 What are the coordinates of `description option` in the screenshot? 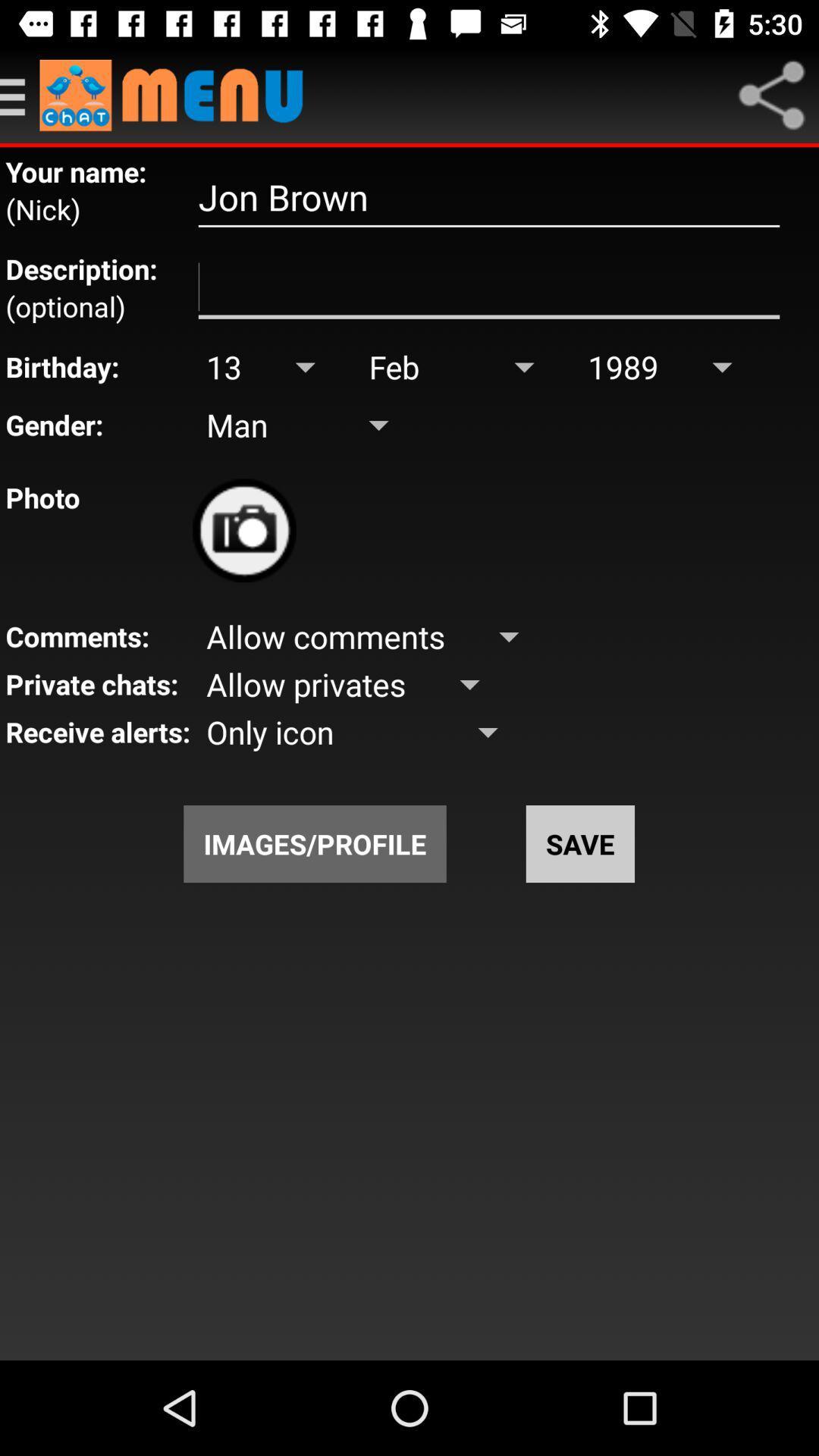 It's located at (488, 287).